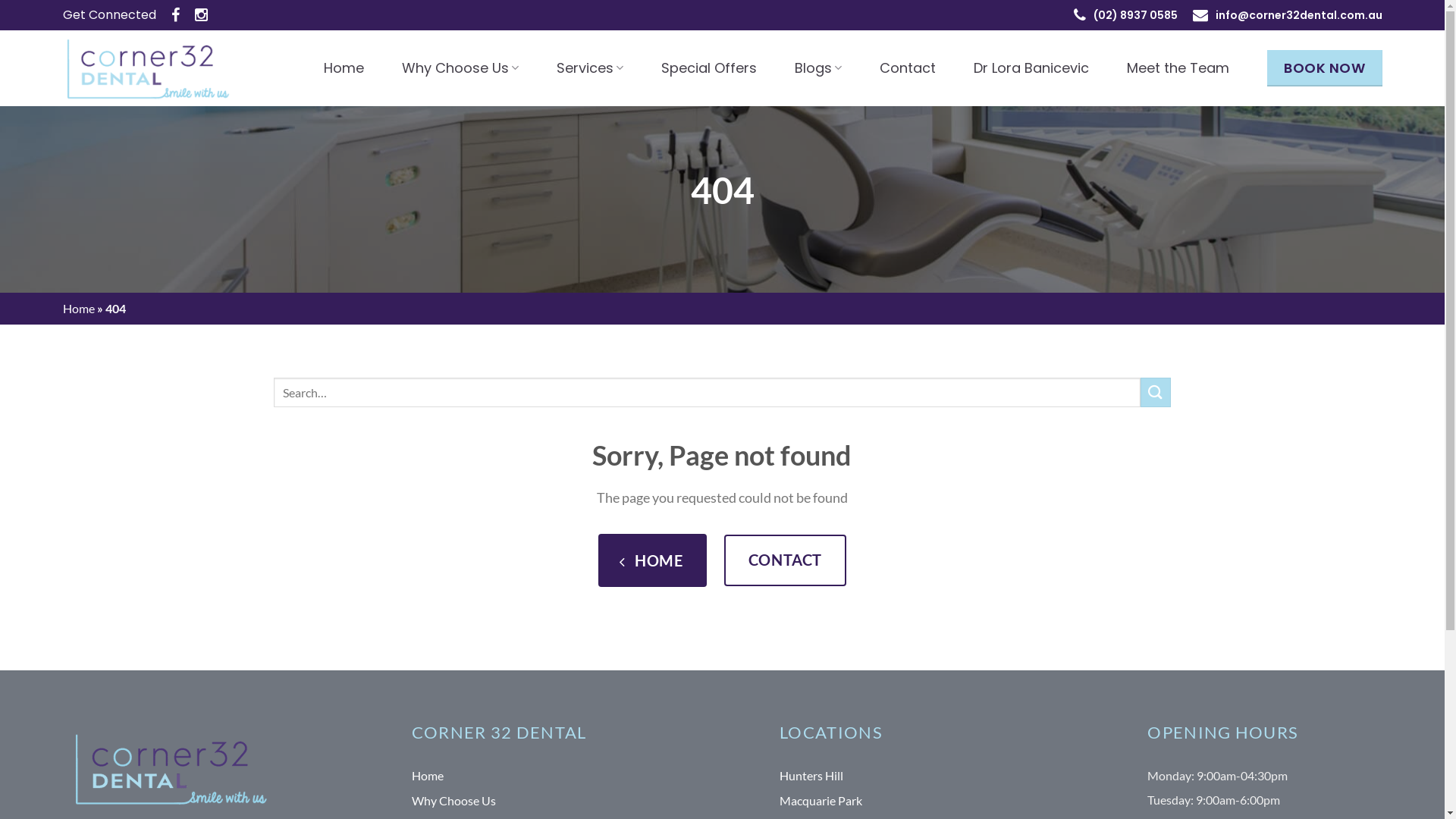 Image resolution: width=1456 pixels, height=819 pixels. Describe the element at coordinates (785, 560) in the screenshot. I see `'CONTACT'` at that location.